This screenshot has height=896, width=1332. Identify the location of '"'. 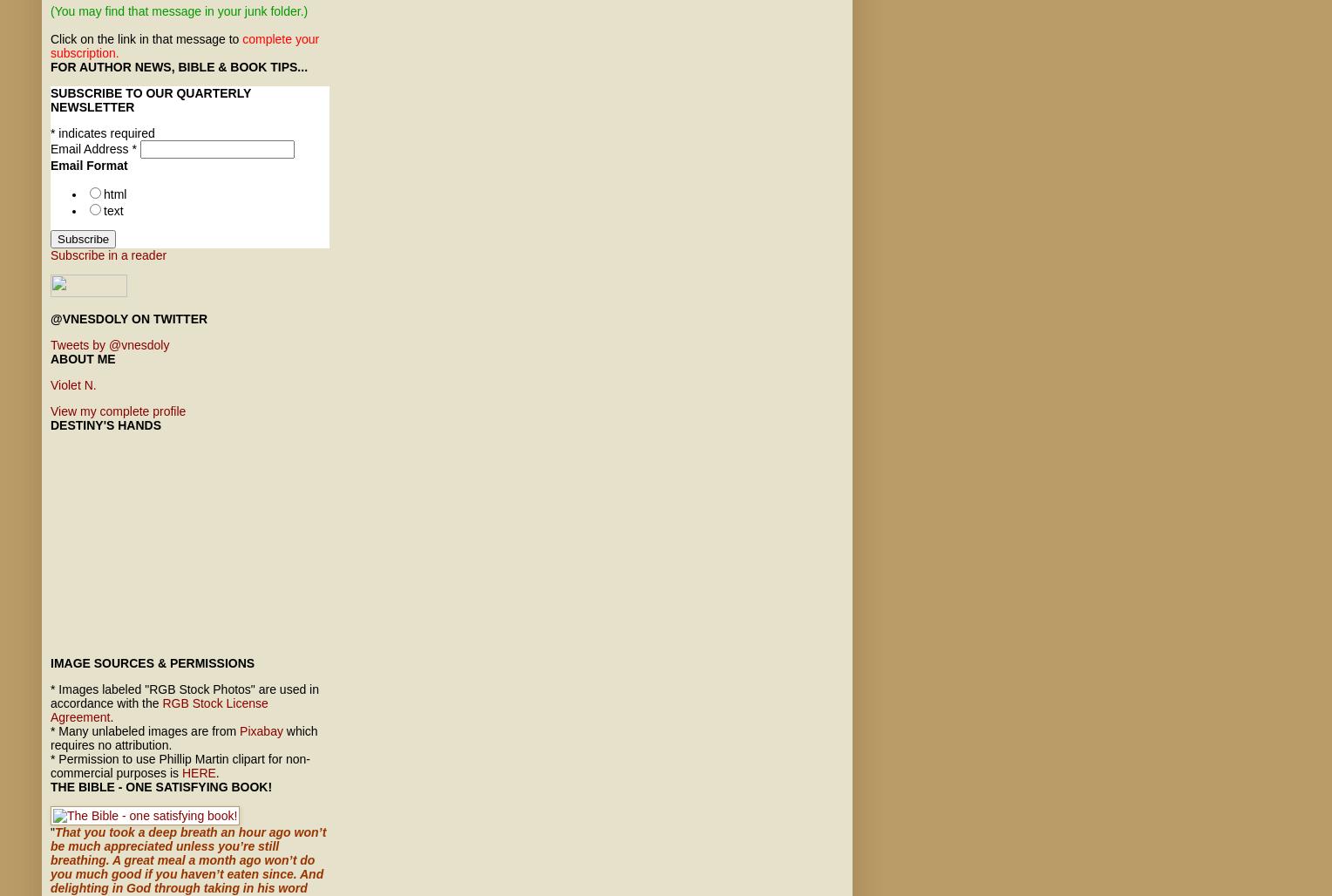
(52, 832).